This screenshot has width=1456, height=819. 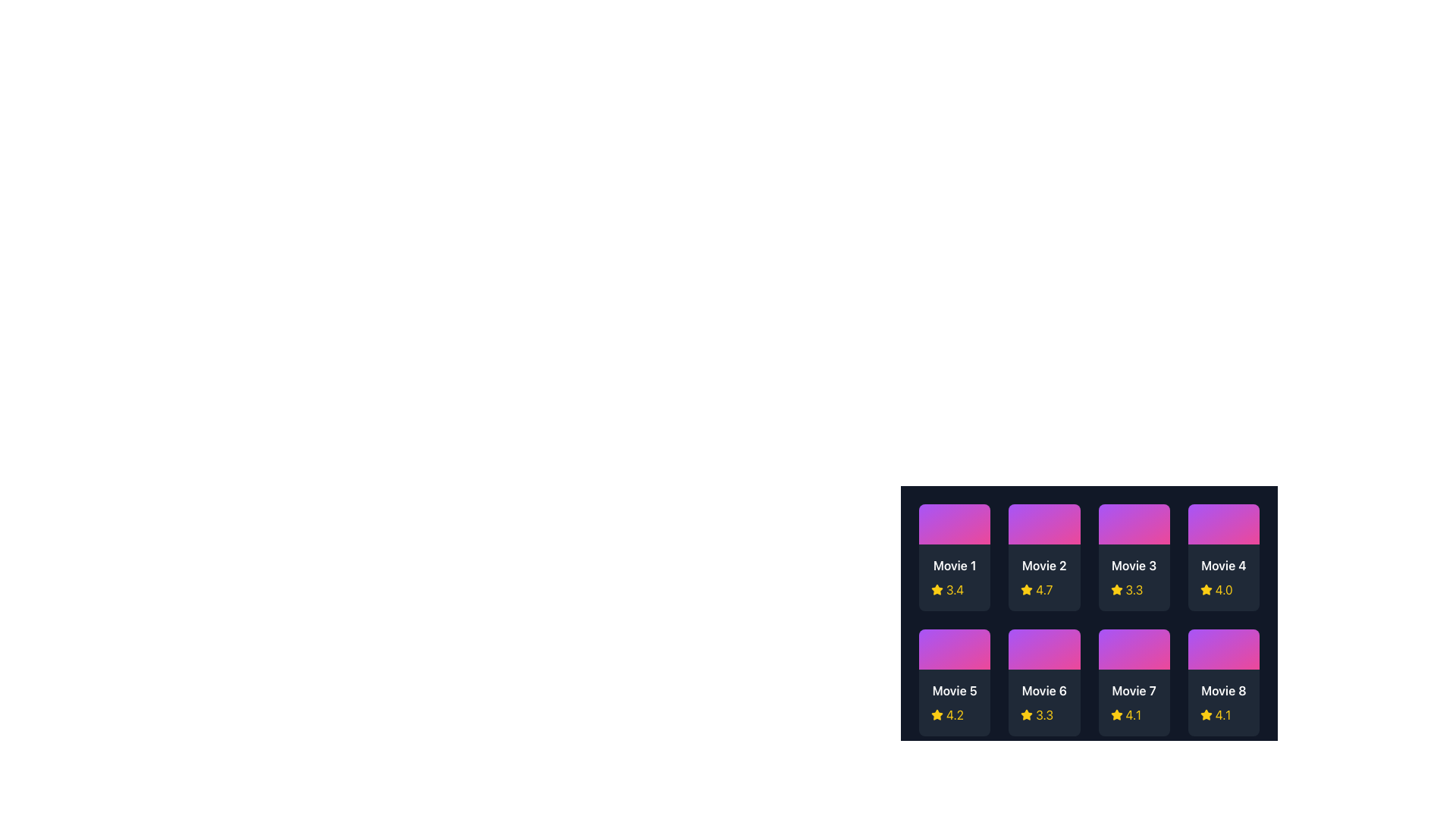 What do you see at coordinates (1043, 589) in the screenshot?
I see `rating value displayed for 'Movie 2,' located beneath its title in the second column of the first row of the grid layout` at bounding box center [1043, 589].